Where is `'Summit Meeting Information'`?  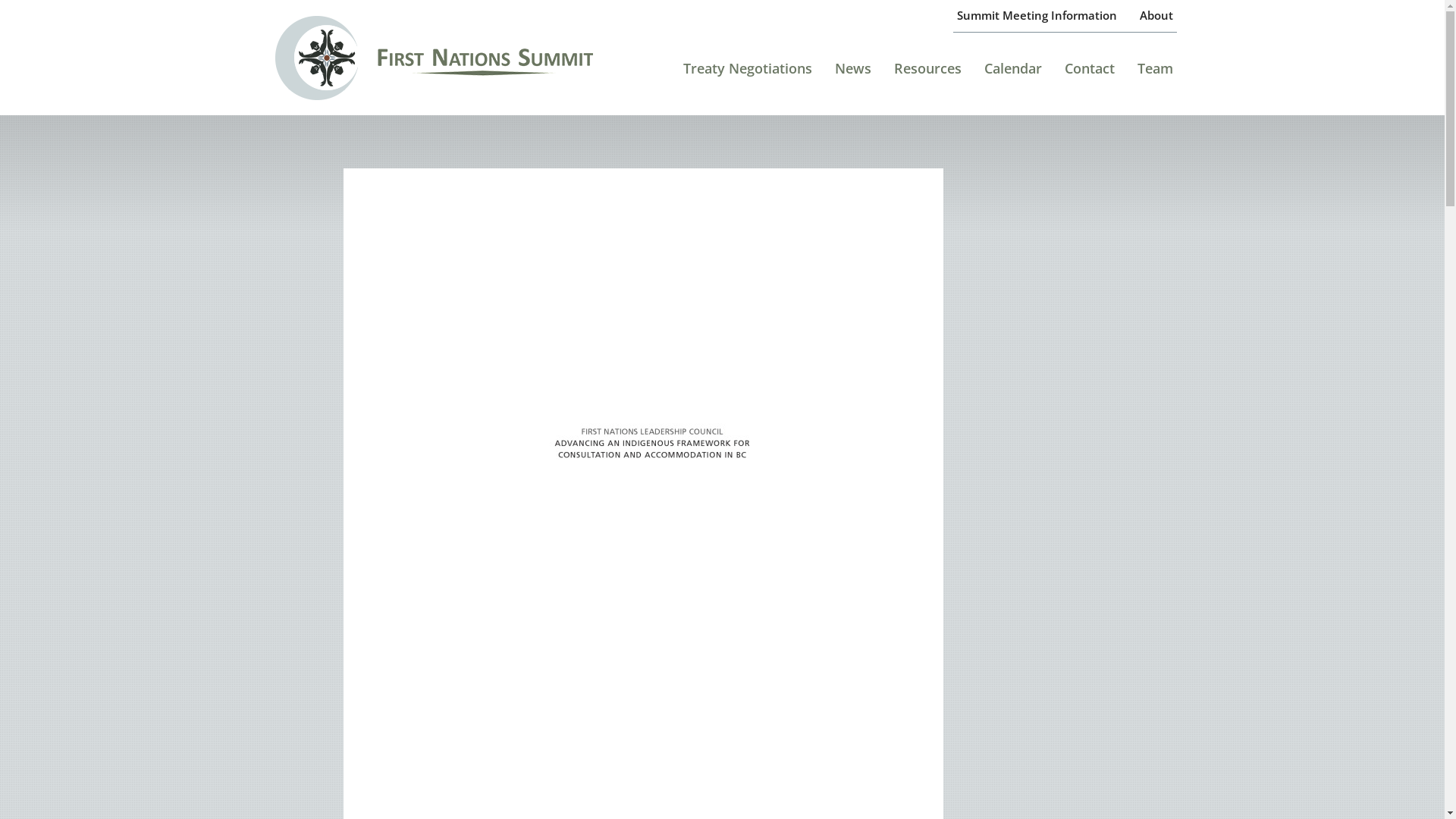
'Summit Meeting Information' is located at coordinates (952, 15).